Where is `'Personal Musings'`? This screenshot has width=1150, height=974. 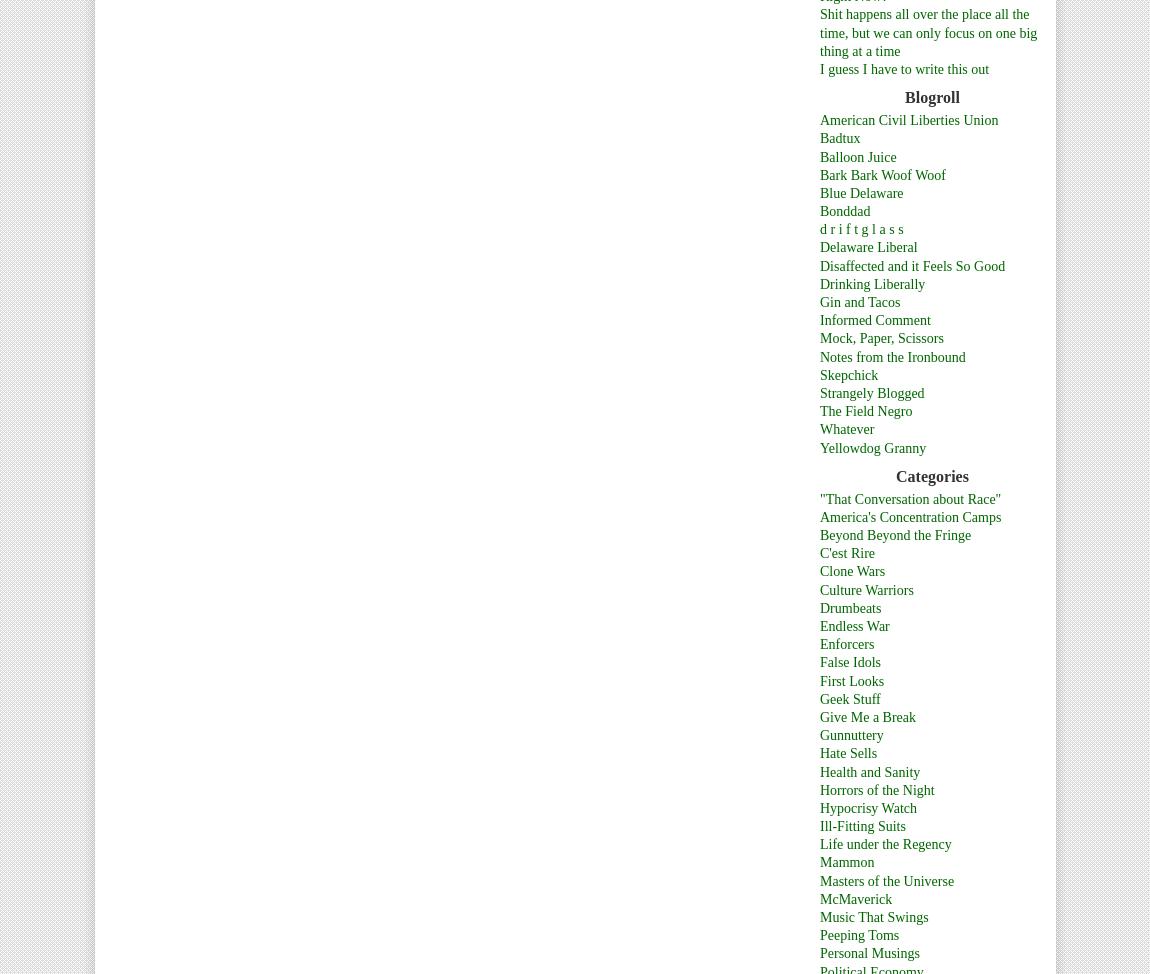
'Personal Musings' is located at coordinates (818, 952).